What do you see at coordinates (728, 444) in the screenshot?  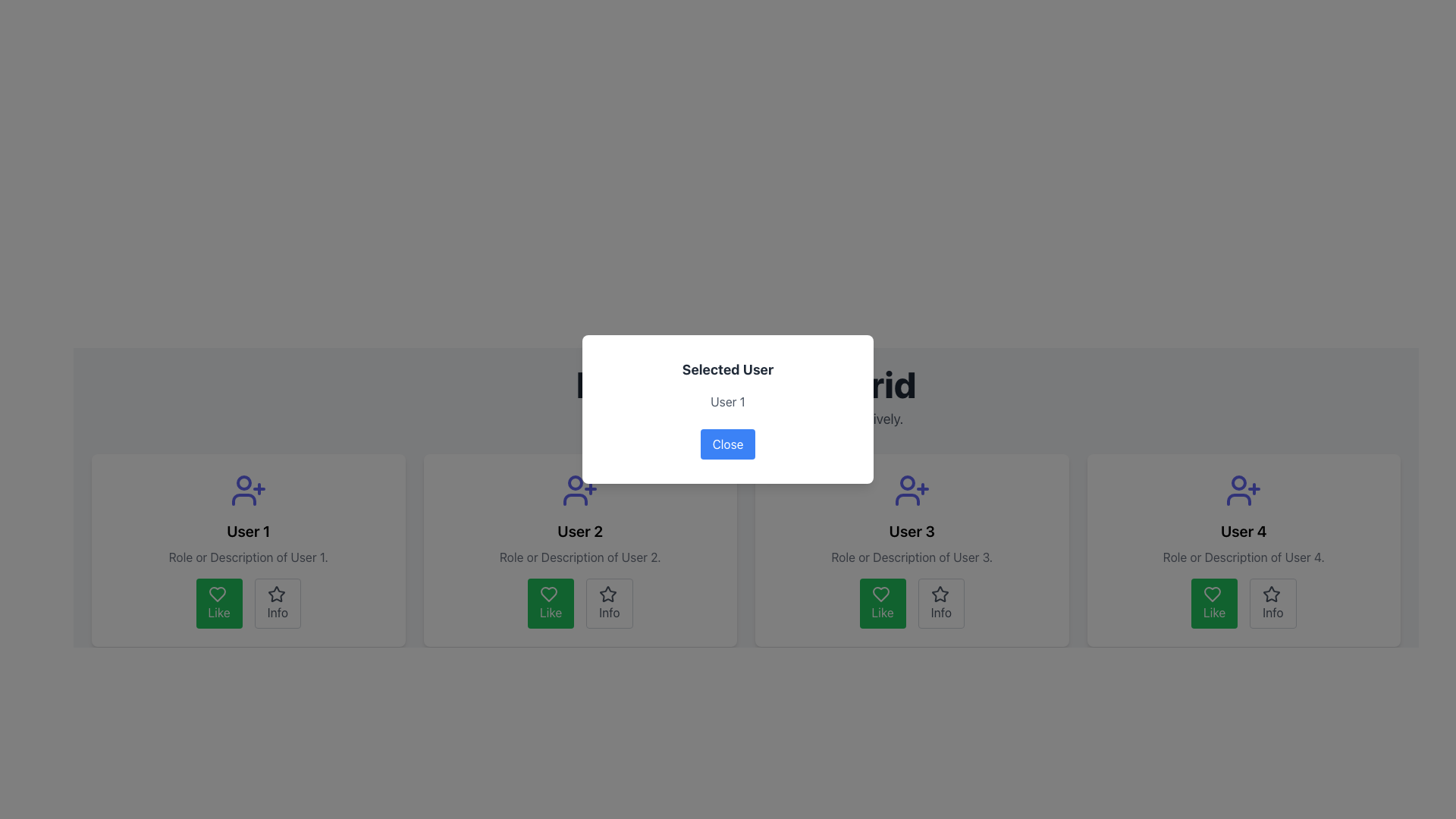 I see `the 'Close' button with a blue background and rounded corners located at the bottom-center of the confirmation dialog box` at bounding box center [728, 444].